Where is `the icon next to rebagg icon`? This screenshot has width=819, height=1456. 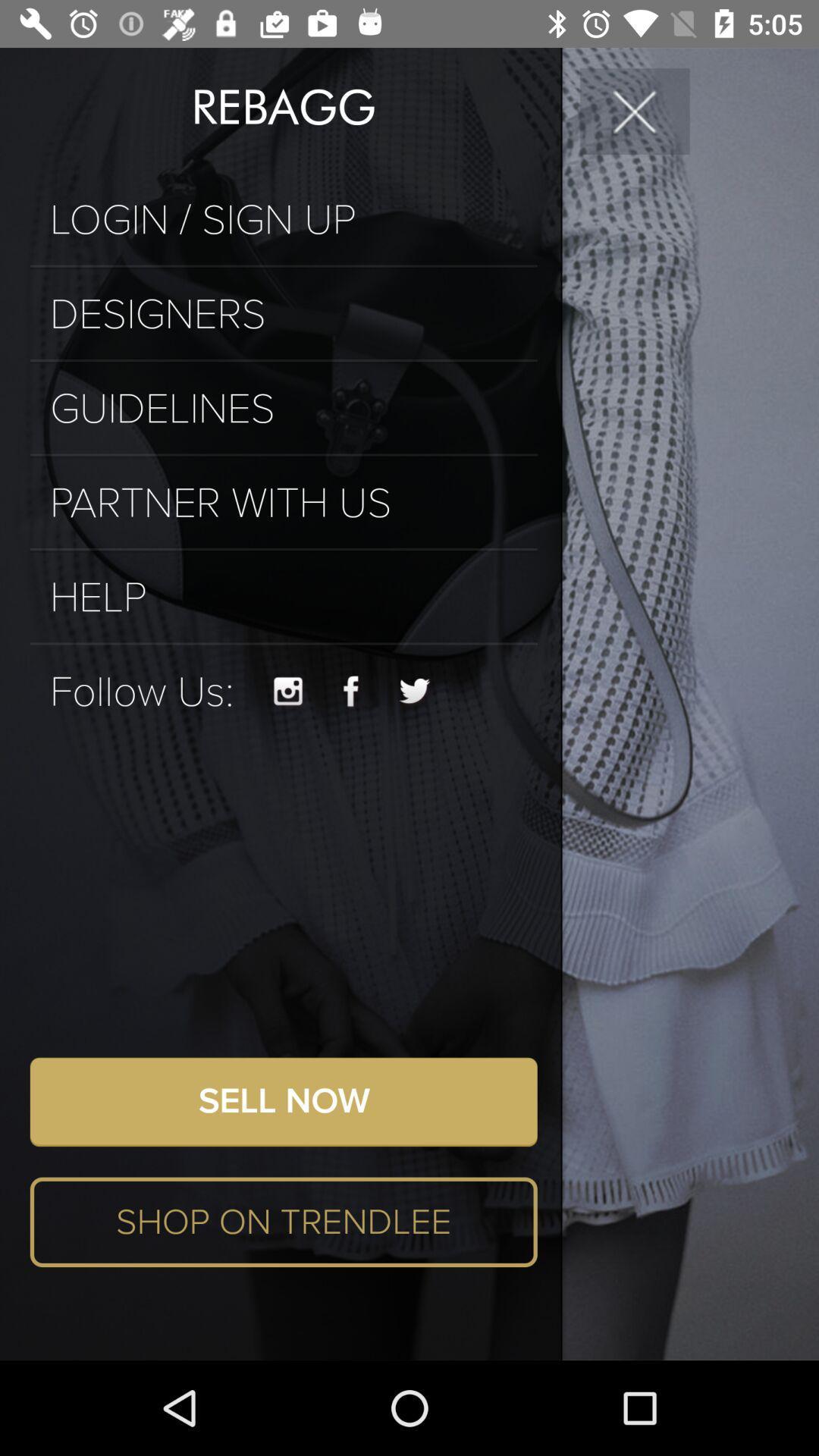 the icon next to rebagg icon is located at coordinates (635, 110).